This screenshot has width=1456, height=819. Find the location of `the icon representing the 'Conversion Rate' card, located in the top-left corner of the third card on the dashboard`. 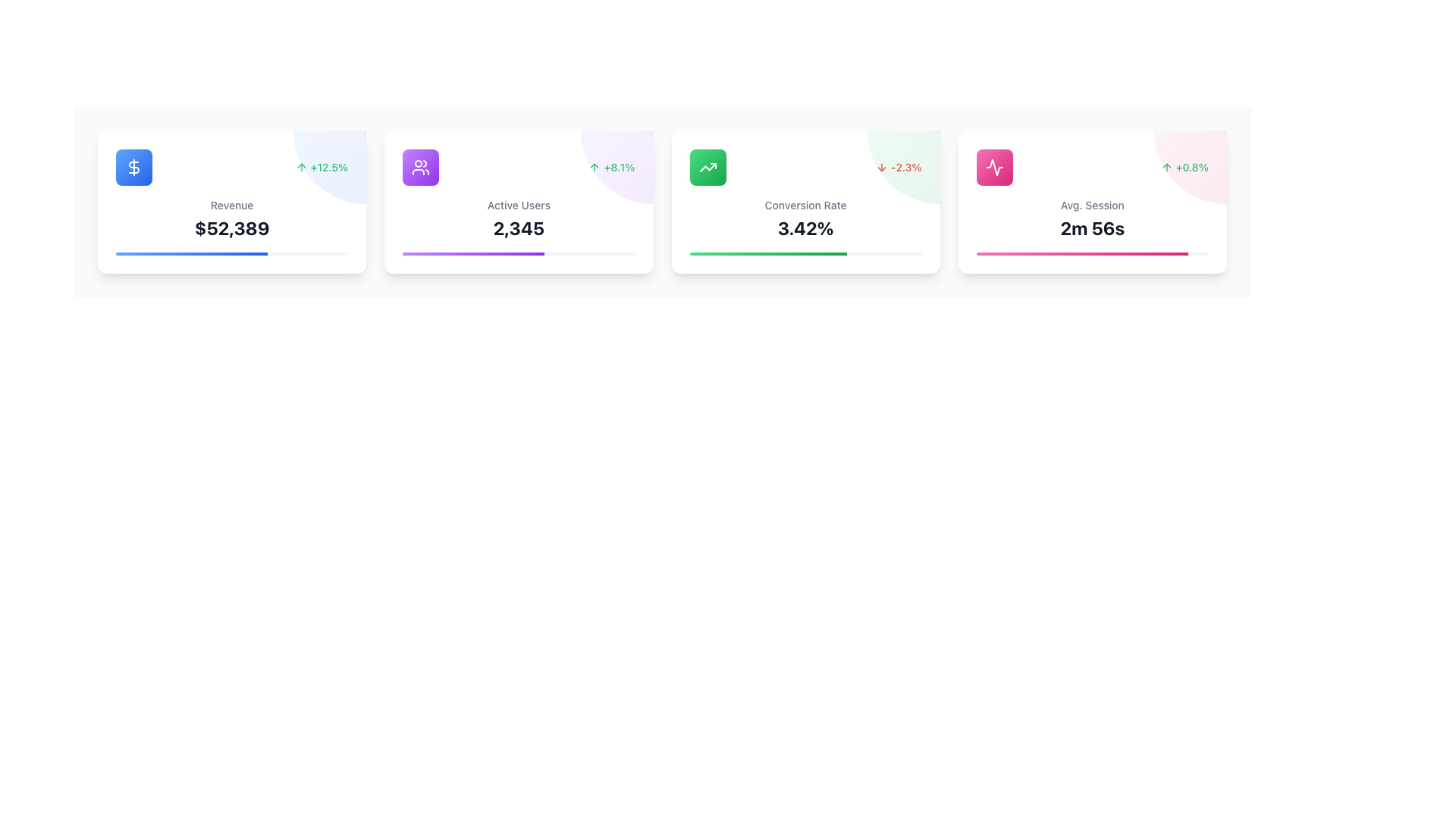

the icon representing the 'Conversion Rate' card, located in the top-left corner of the third card on the dashboard is located at coordinates (707, 167).